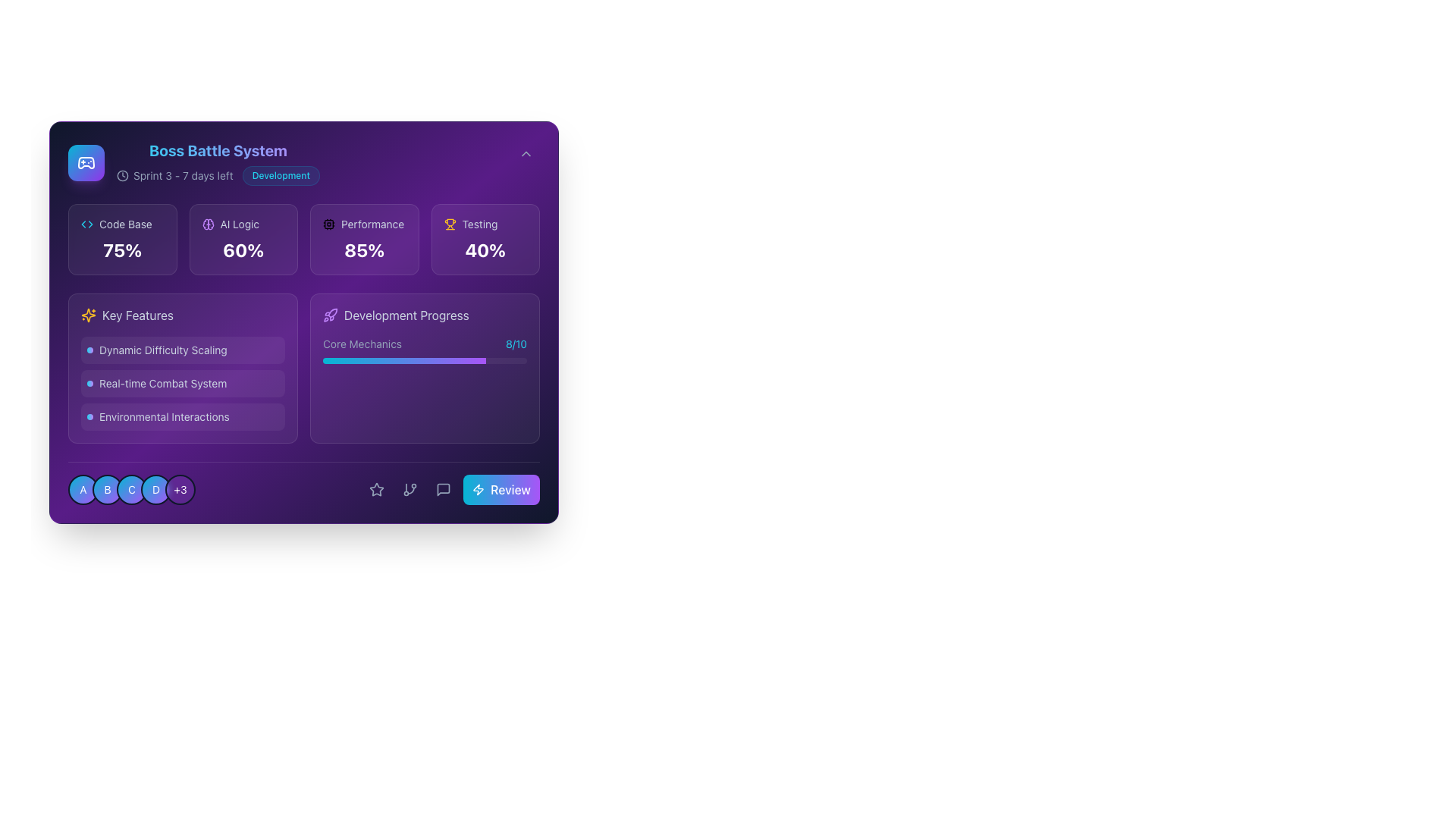  I want to click on the 'Performance' label located in the performance status section, which is right of the CPU icon and above the performance percentage (85%), so click(372, 224).